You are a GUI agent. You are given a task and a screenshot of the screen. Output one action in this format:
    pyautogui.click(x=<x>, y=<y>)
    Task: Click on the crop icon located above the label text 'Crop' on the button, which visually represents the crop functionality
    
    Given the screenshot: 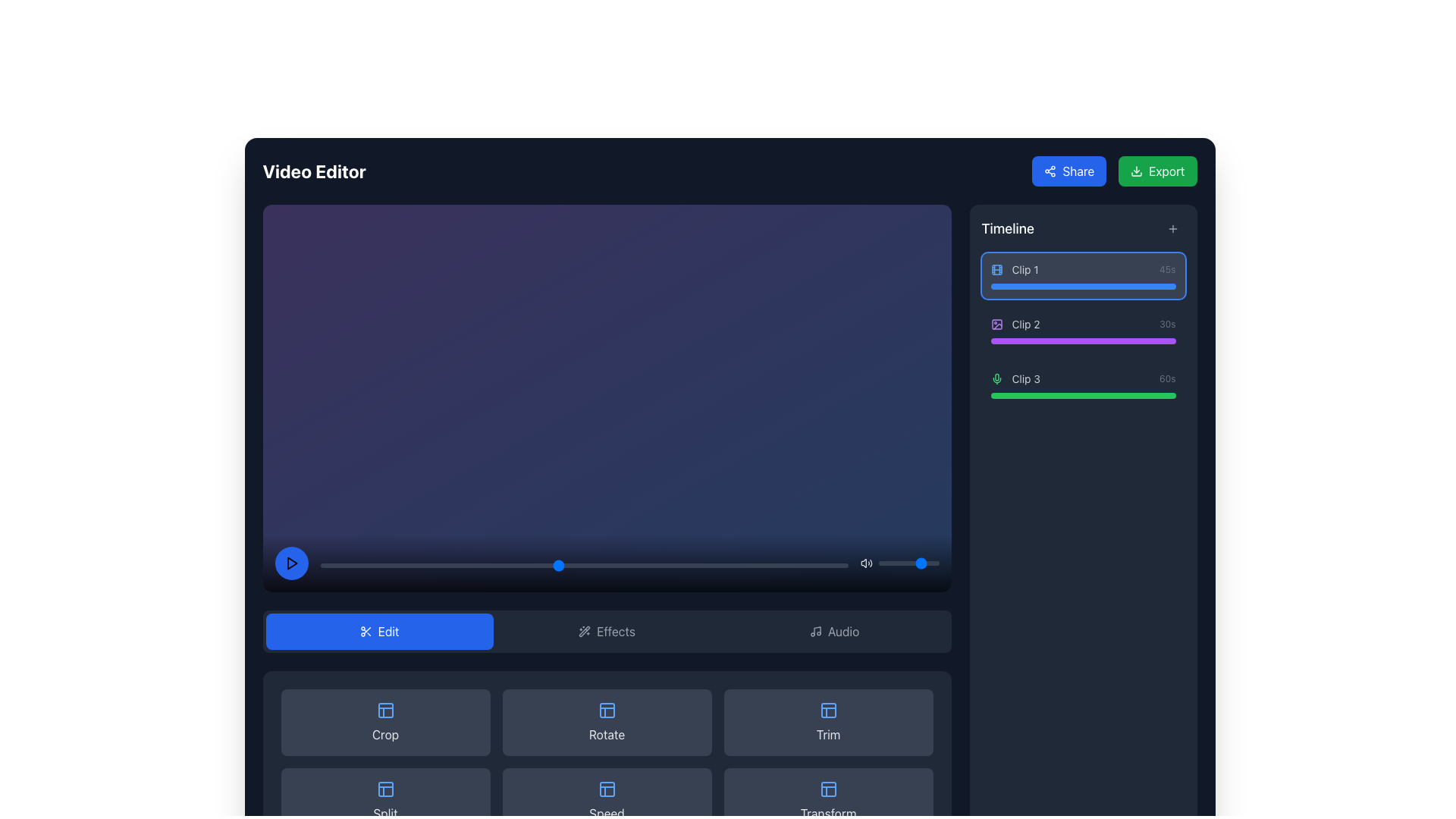 What is the action you would take?
    pyautogui.click(x=385, y=710)
    